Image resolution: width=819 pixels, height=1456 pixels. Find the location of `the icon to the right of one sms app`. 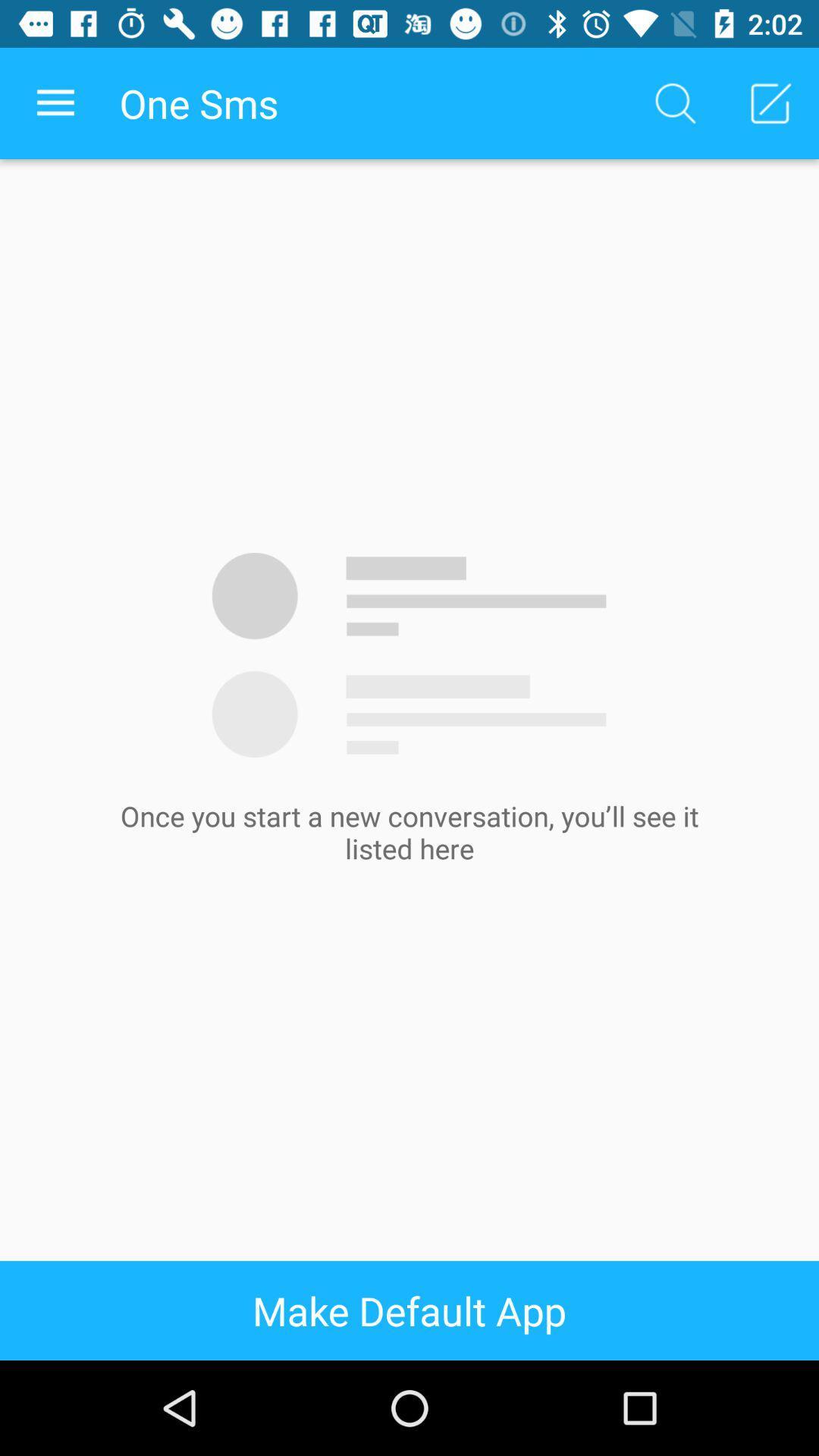

the icon to the right of one sms app is located at coordinates (675, 102).